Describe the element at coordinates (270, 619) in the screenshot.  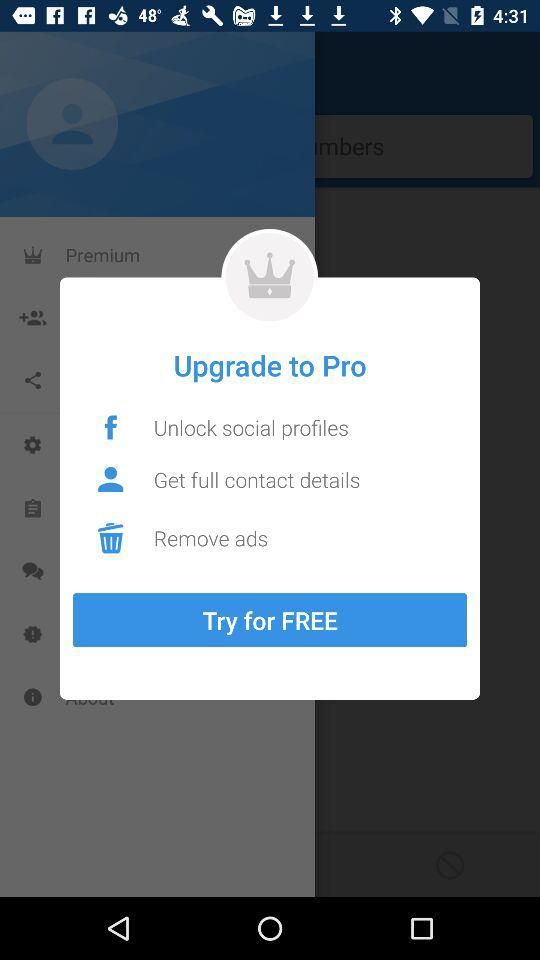
I see `icon below remove ads` at that location.